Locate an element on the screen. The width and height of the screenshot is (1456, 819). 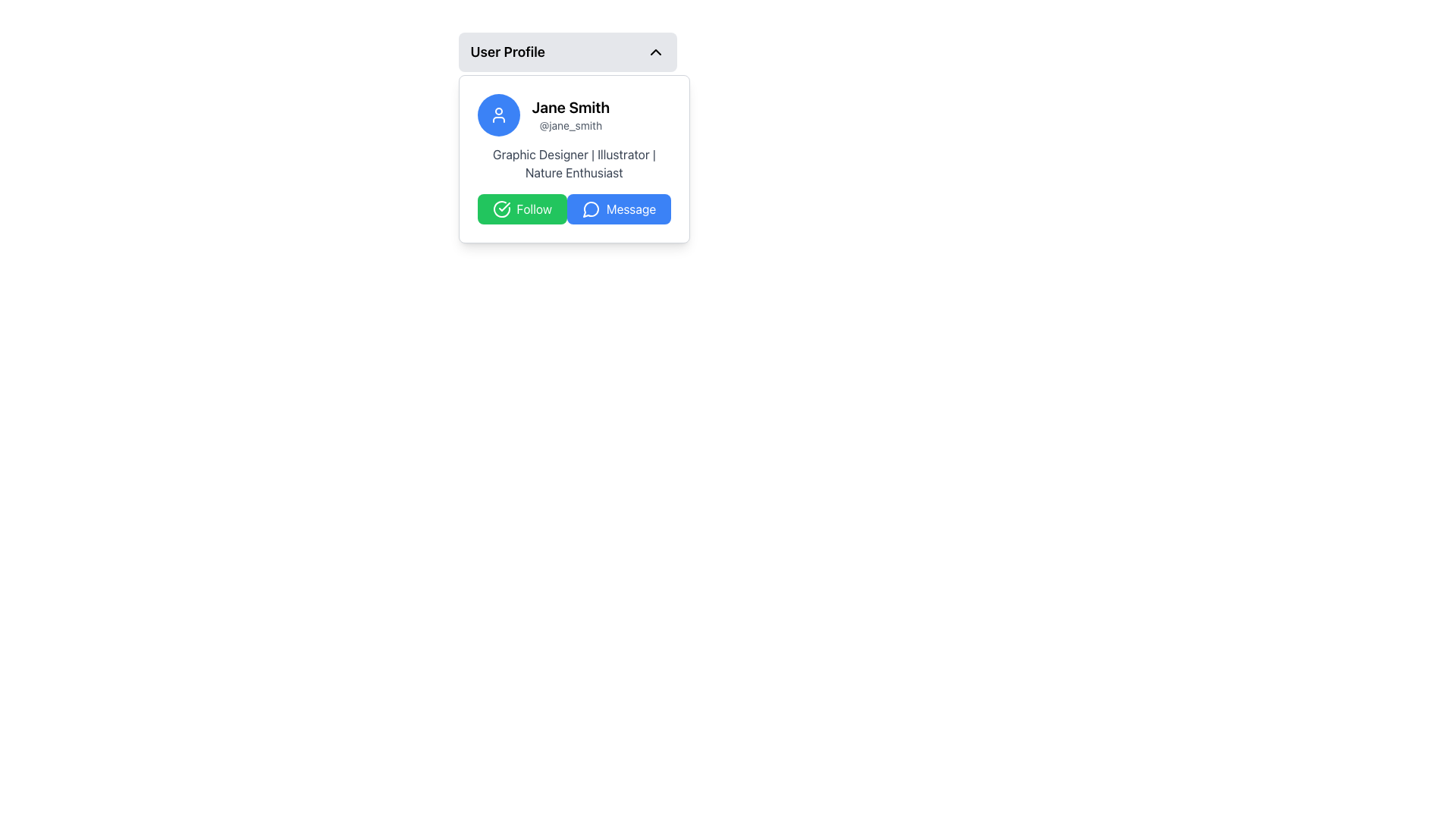
the content associated with the 'User Profile' text label located in the header of the dropdown component is located at coordinates (507, 52).